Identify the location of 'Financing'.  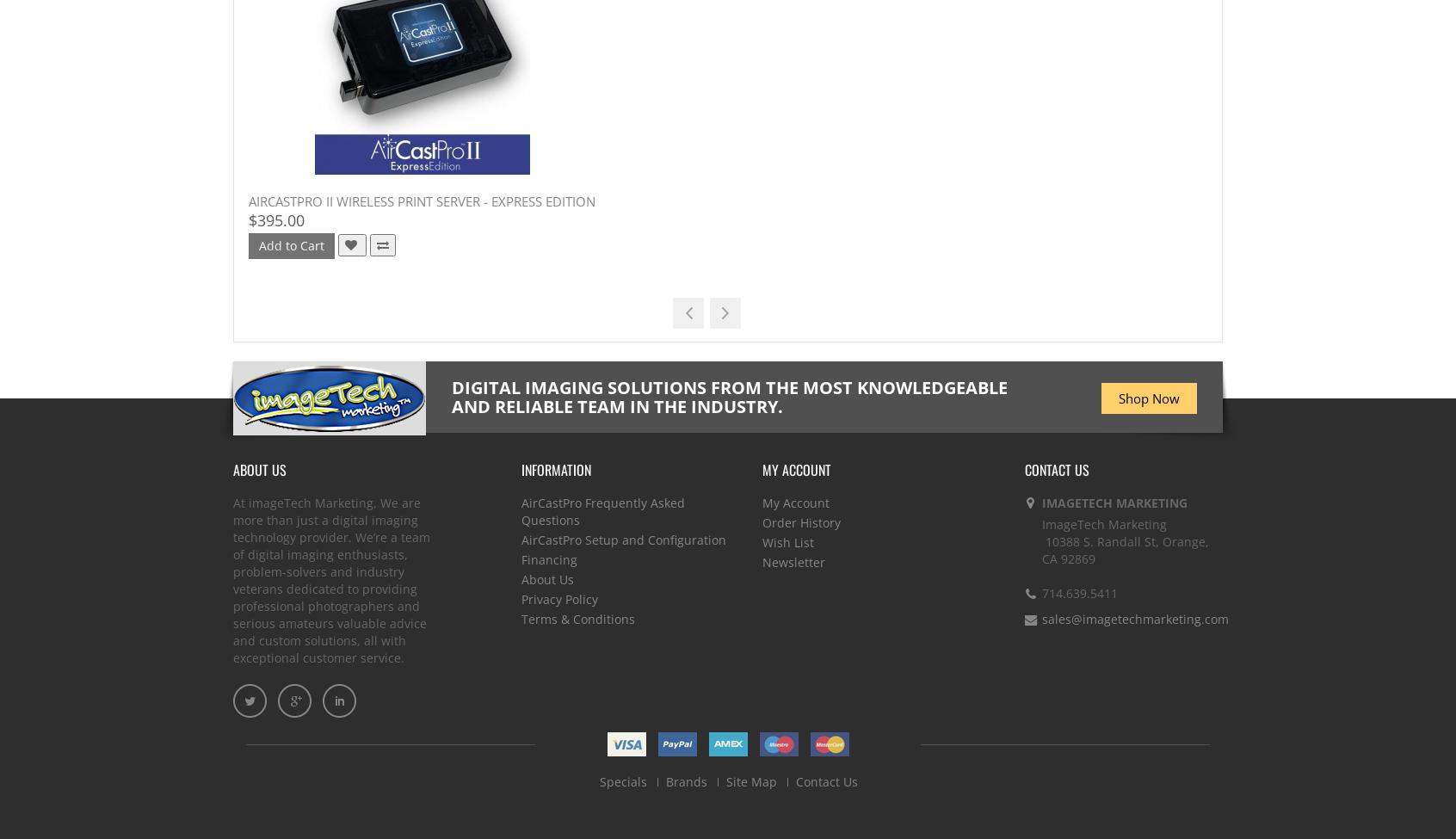
(549, 559).